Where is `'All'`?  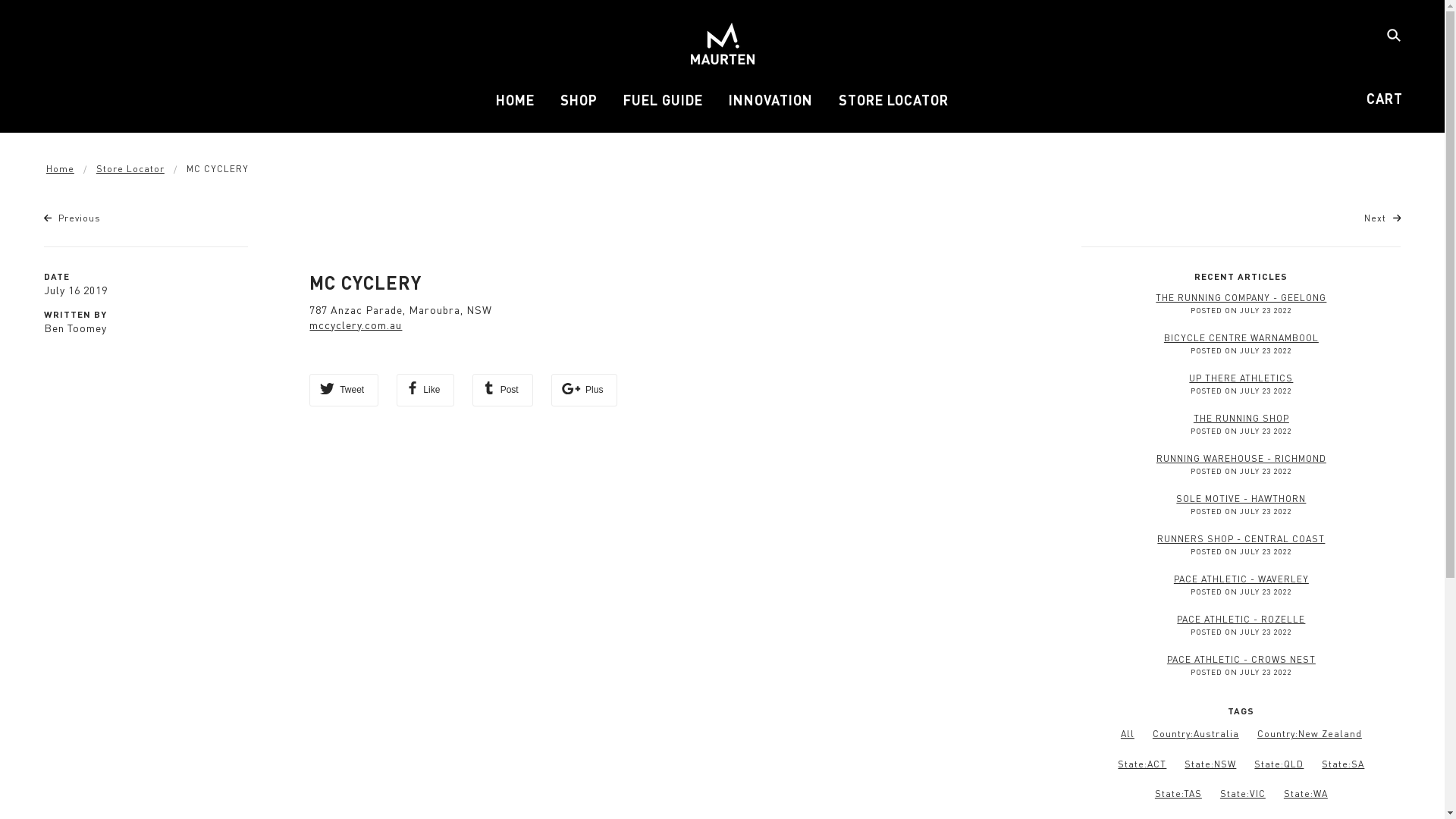
'All' is located at coordinates (1121, 733).